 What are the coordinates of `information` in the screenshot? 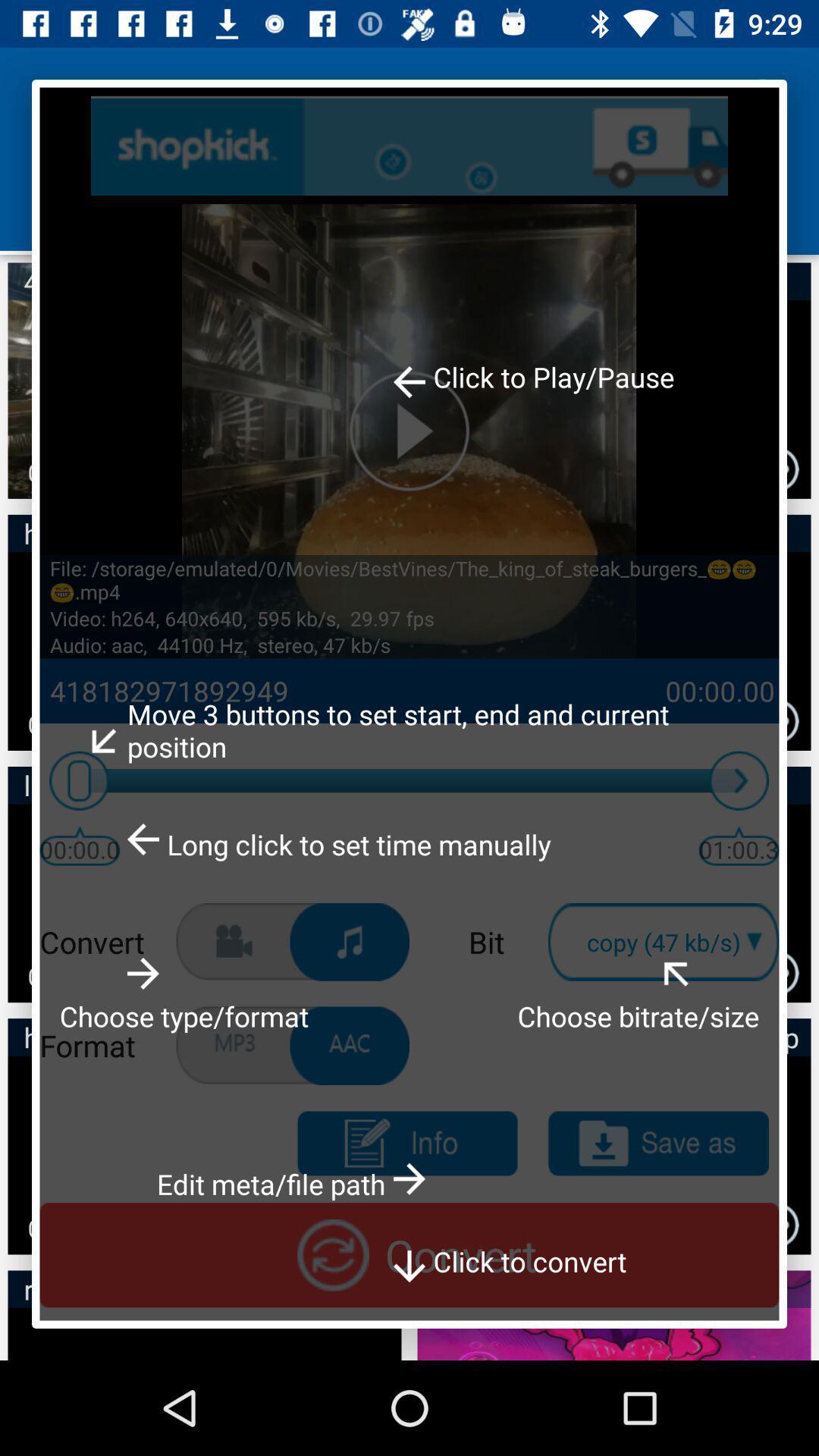 It's located at (406, 1144).